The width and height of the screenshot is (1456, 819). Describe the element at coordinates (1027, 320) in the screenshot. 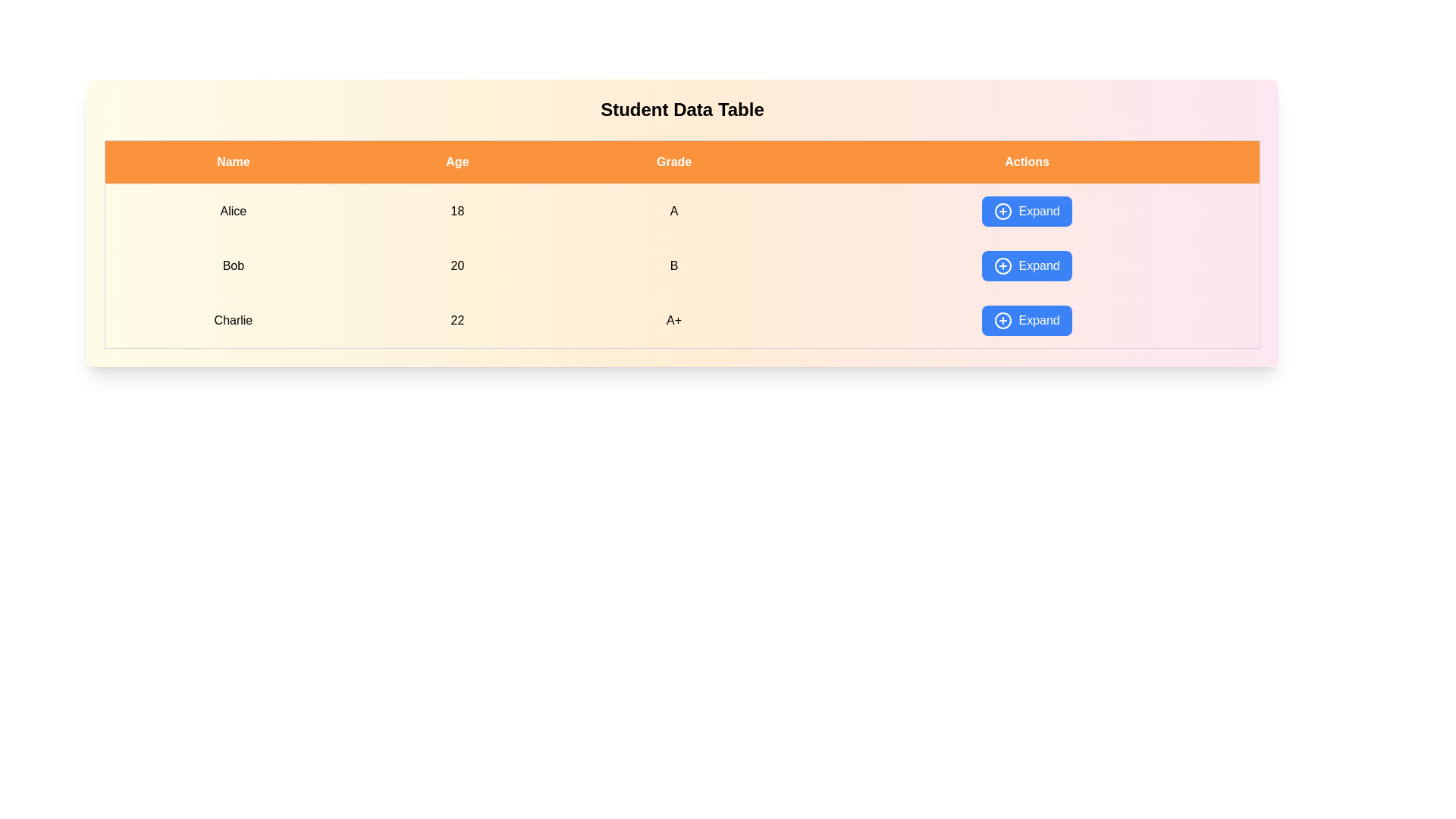

I see `the button located in the bottom row of the 'Actions' column in the table, aligned with the last entry 'Charlie'` at that location.